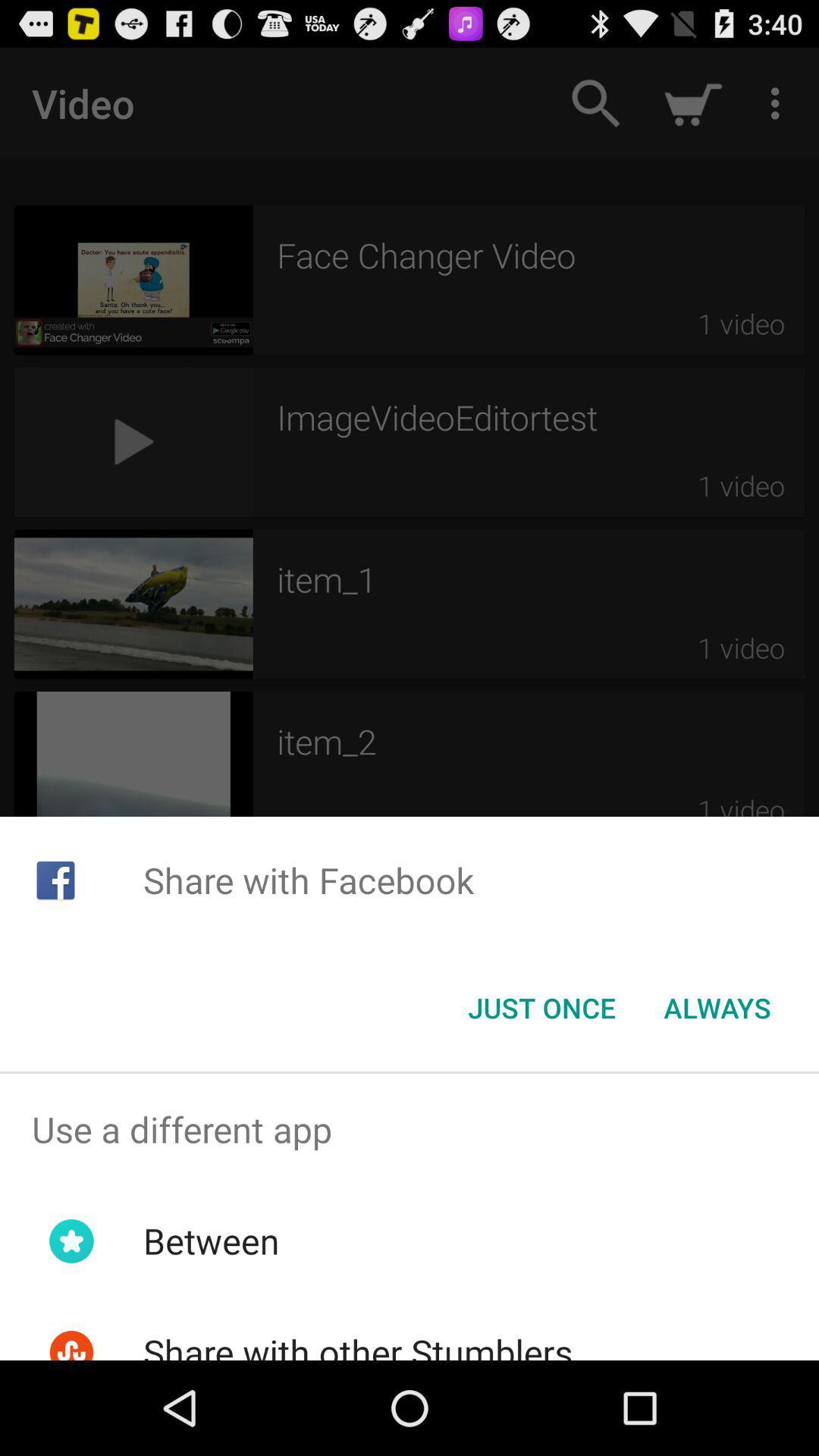 Image resolution: width=819 pixels, height=1456 pixels. Describe the element at coordinates (717, 1008) in the screenshot. I see `the item next to the just once` at that location.